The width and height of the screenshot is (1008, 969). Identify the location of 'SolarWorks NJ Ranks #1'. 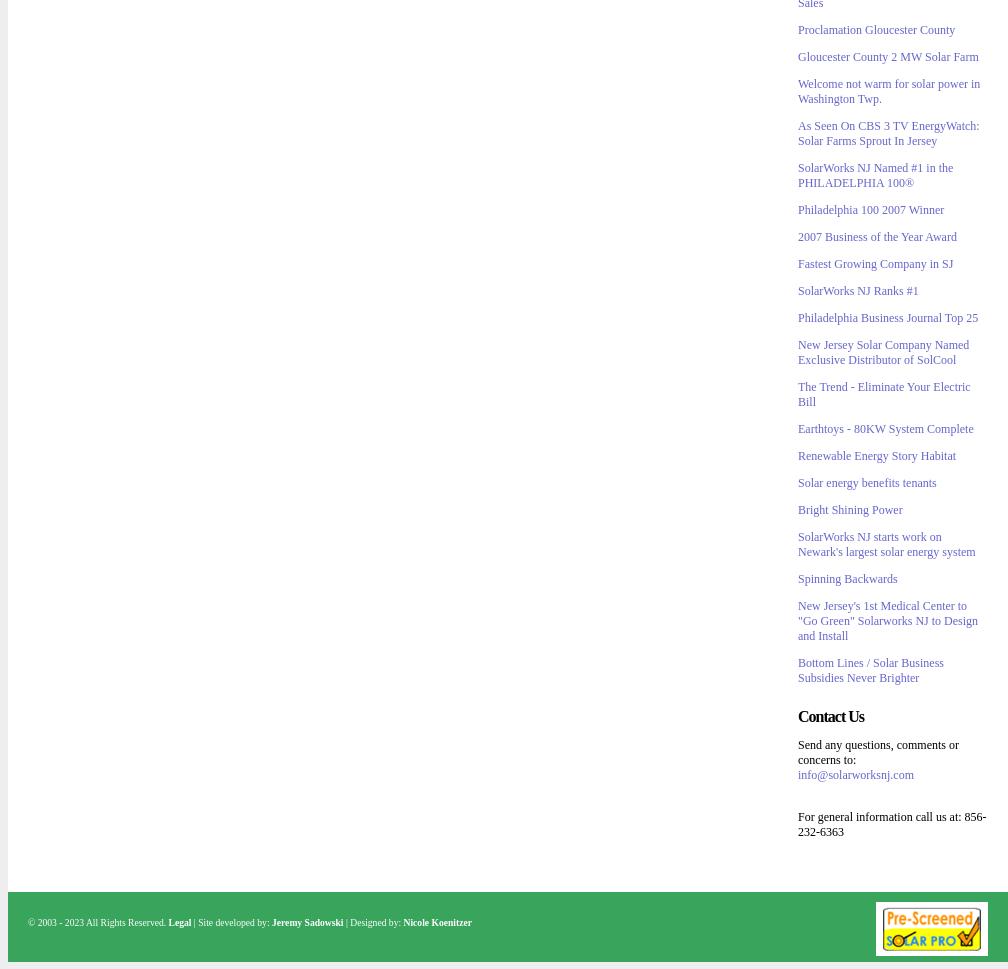
(858, 290).